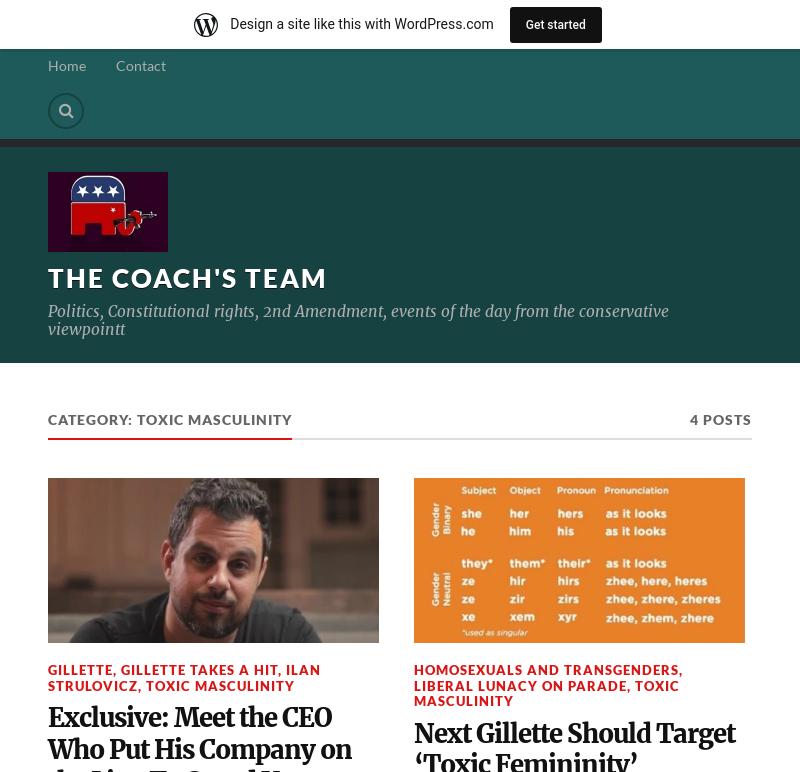 The width and height of the screenshot is (800, 772). Describe the element at coordinates (65, 65) in the screenshot. I see `'Home'` at that location.